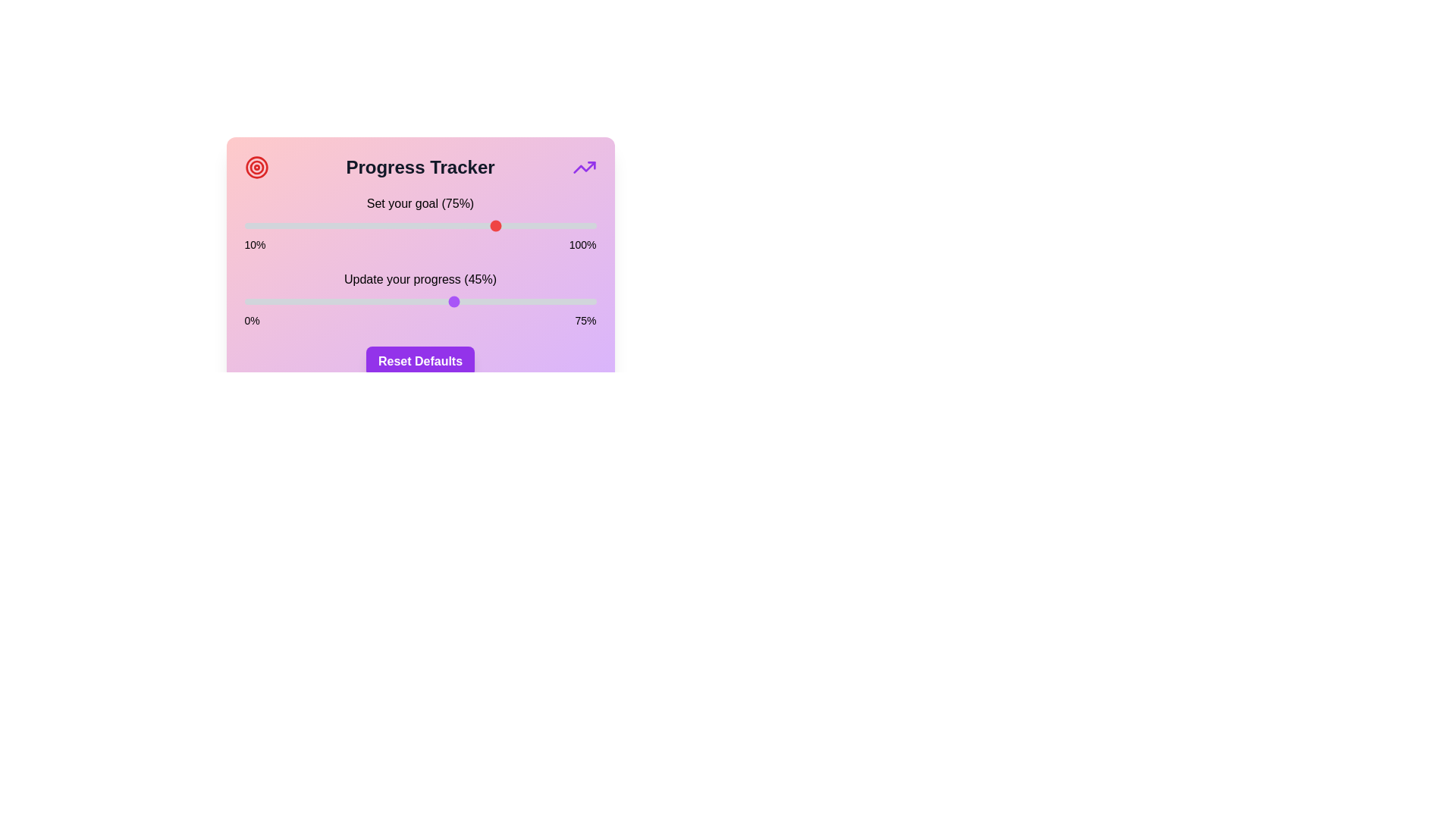  I want to click on the 'Update your progress' slider to set the progress to 13%, so click(305, 301).